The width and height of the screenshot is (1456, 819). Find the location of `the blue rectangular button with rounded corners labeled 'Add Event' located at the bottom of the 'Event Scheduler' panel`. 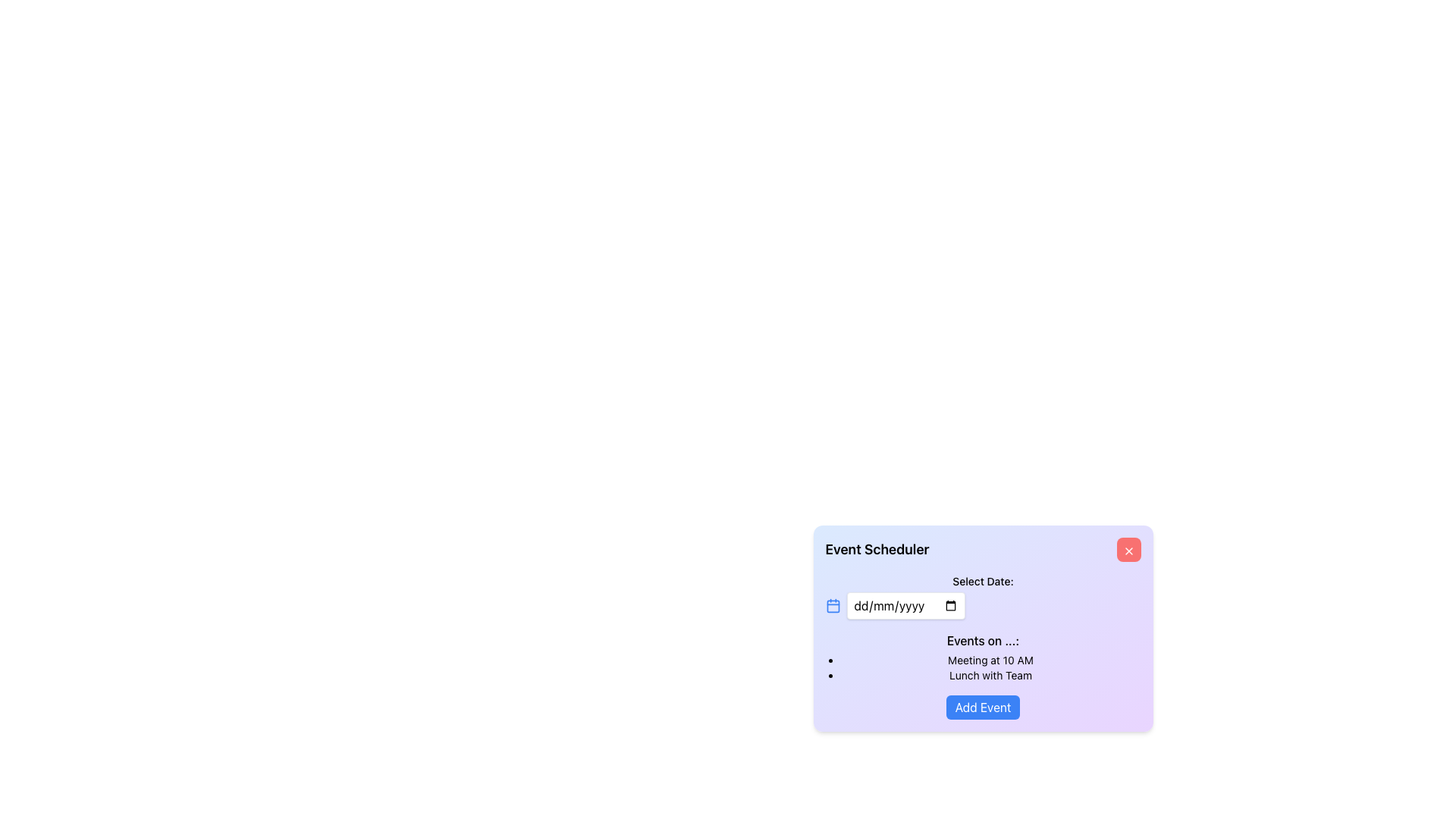

the blue rectangular button with rounded corners labeled 'Add Event' located at the bottom of the 'Event Scheduler' panel is located at coordinates (983, 708).